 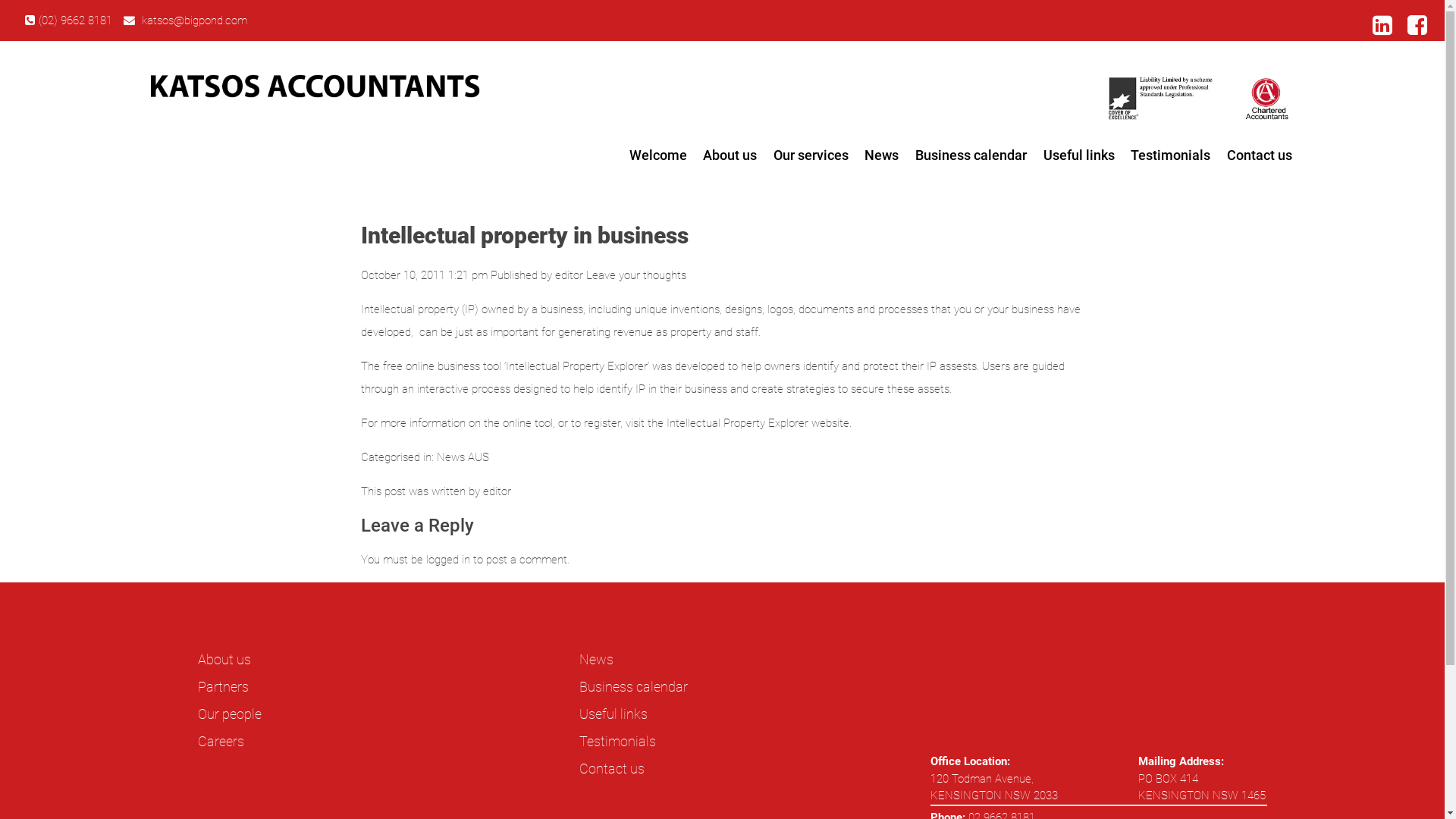 What do you see at coordinates (666, 423) in the screenshot?
I see `'Intellectual Property Explorer'` at bounding box center [666, 423].